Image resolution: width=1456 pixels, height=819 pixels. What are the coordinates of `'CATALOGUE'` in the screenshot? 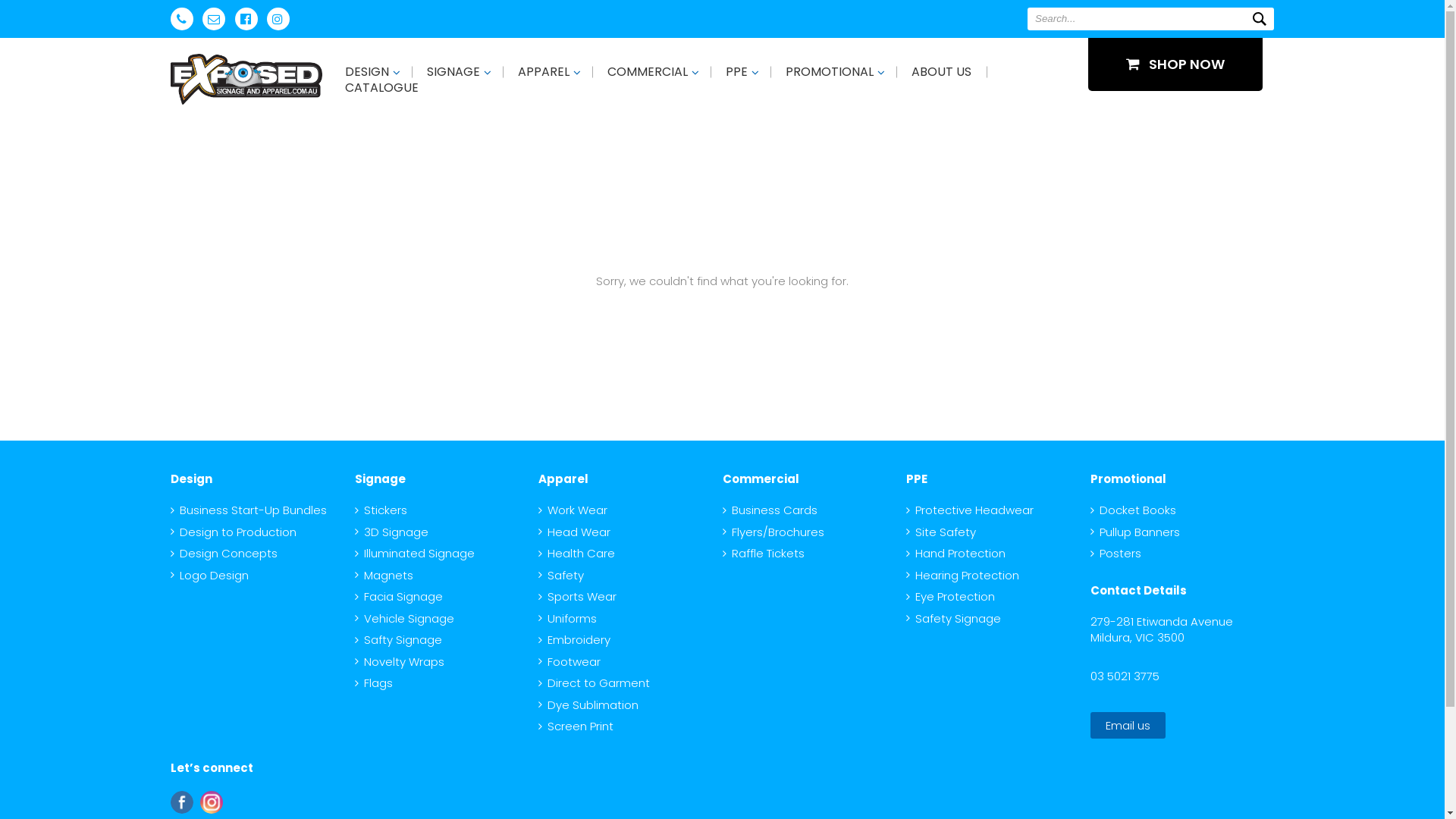 It's located at (381, 87).